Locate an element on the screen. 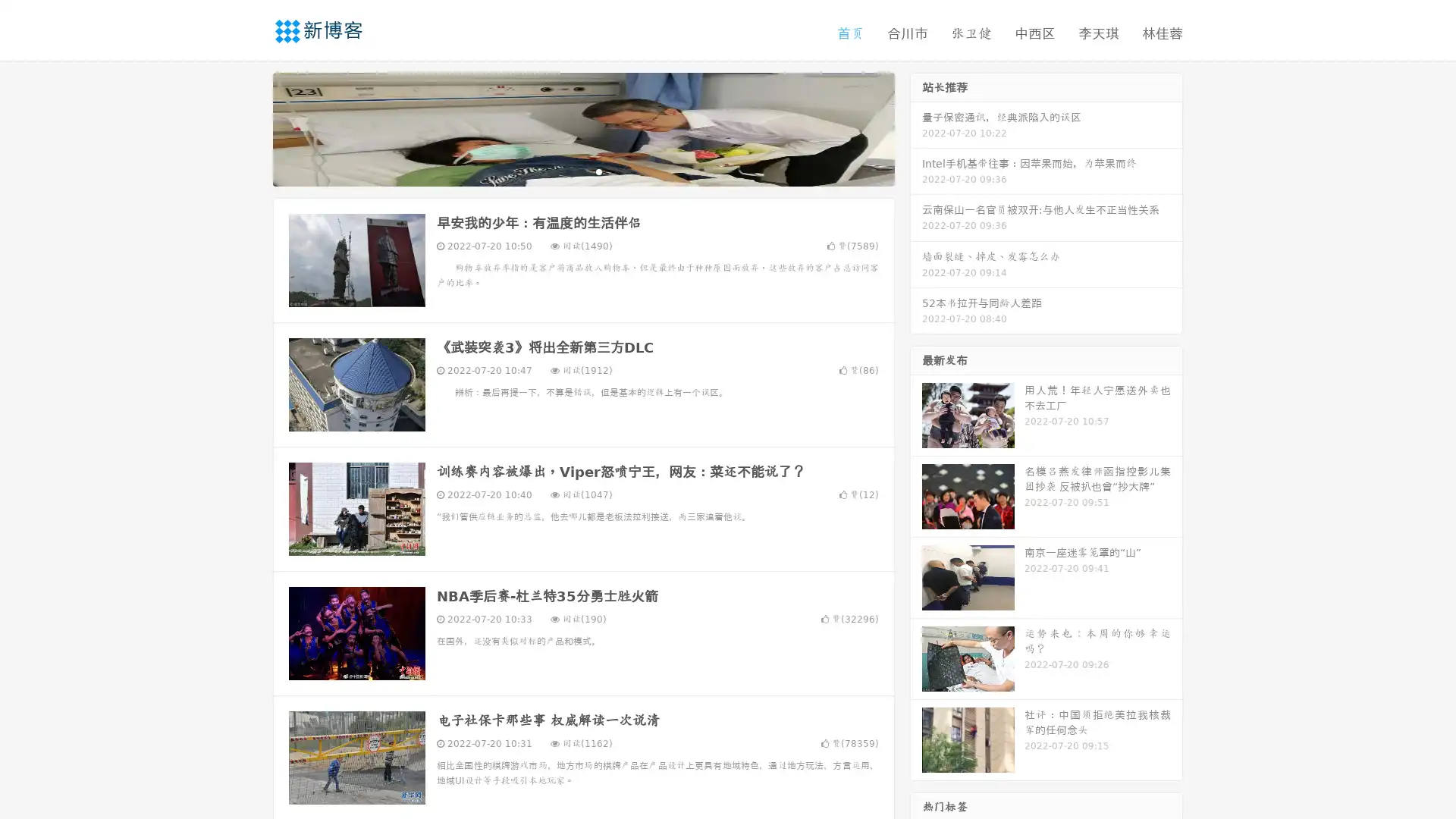 The height and width of the screenshot is (819, 1456). Previous slide is located at coordinates (250, 127).